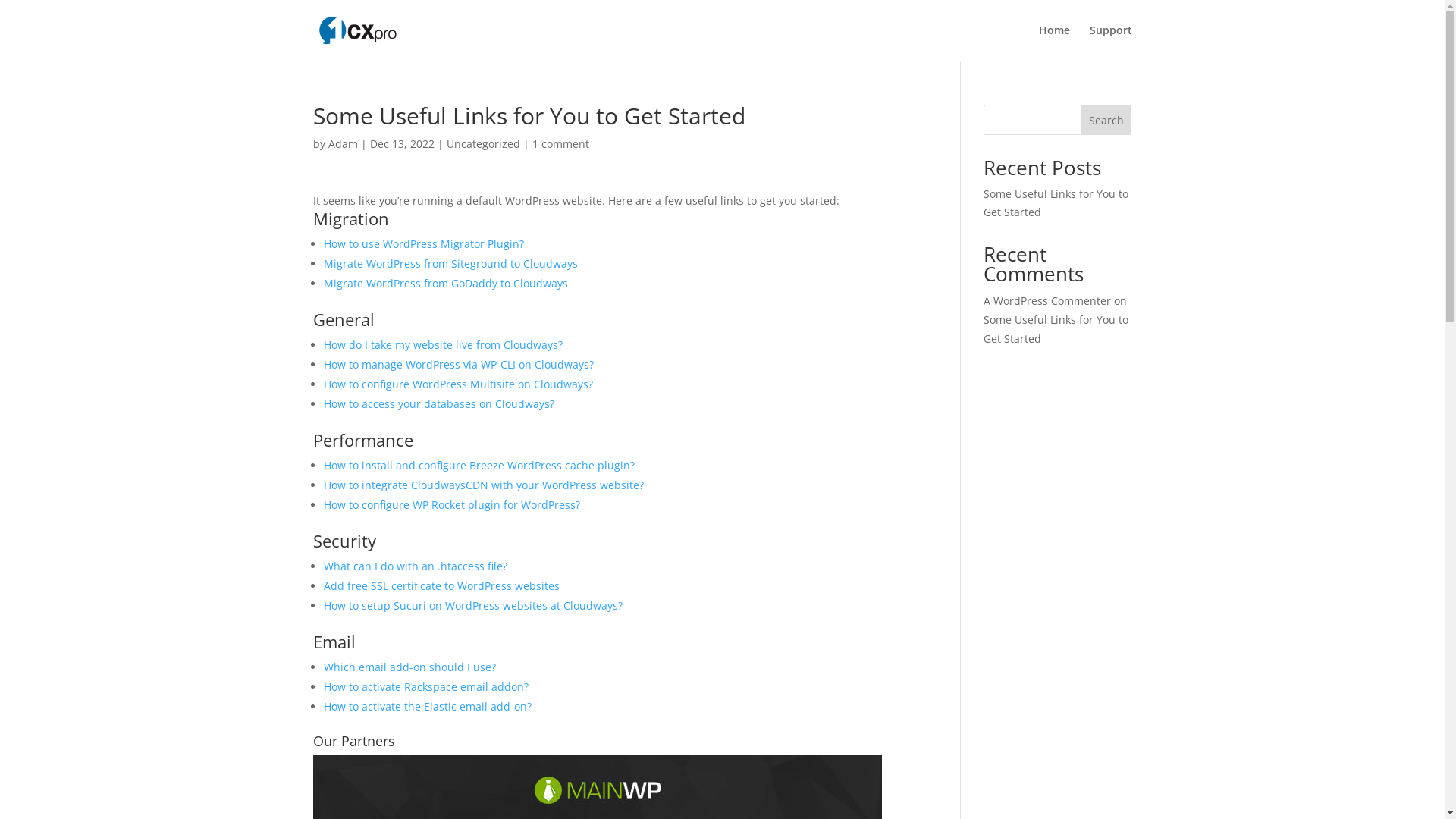  I want to click on 'Which email add-on should I use?', so click(409, 666).